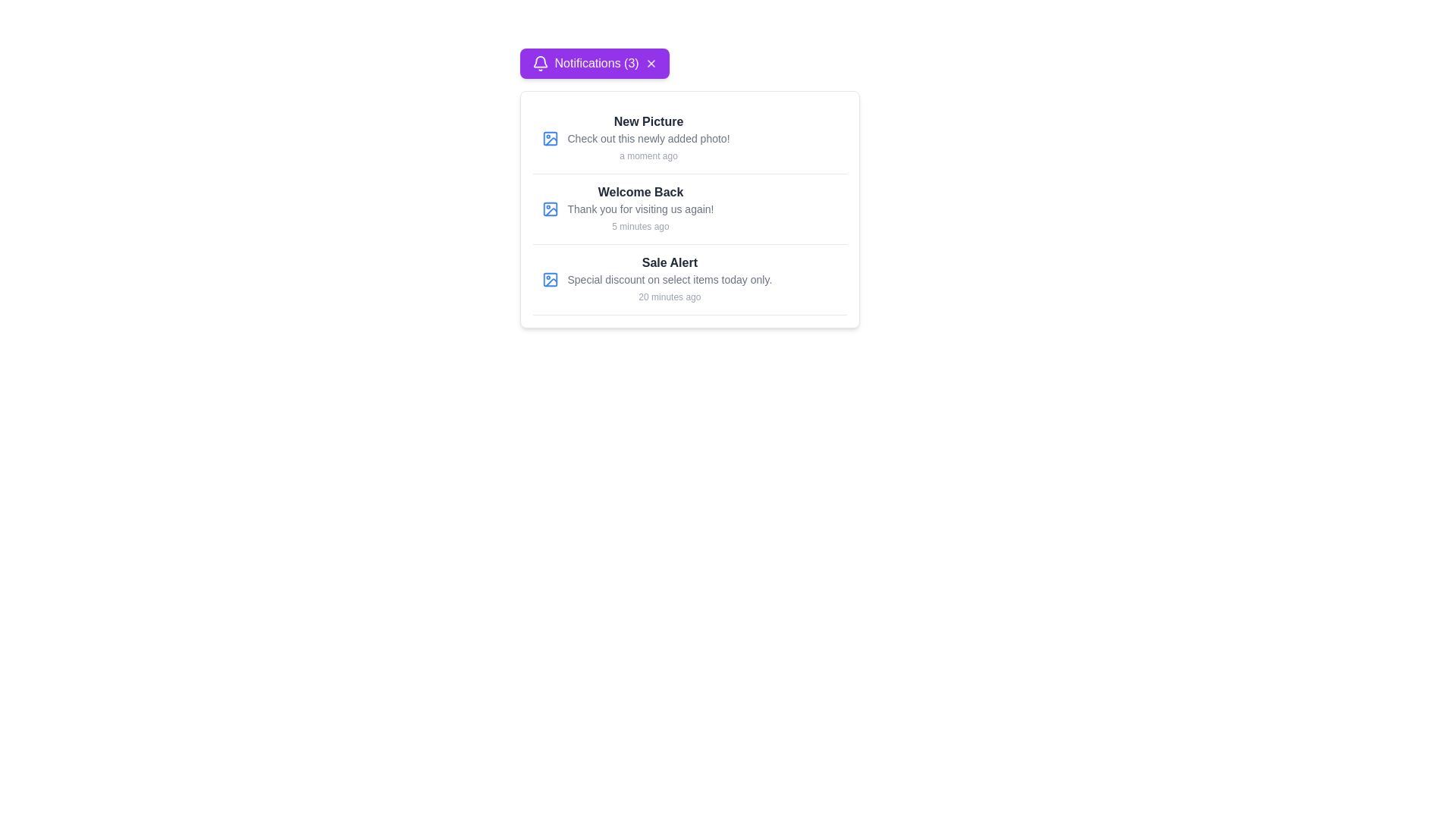  Describe the element at coordinates (549, 138) in the screenshot. I see `the background layer of the notification icon, which is a rectangular shape with rounded edges located to the left of the 'New Picture' notification title in the dropdown window` at that location.